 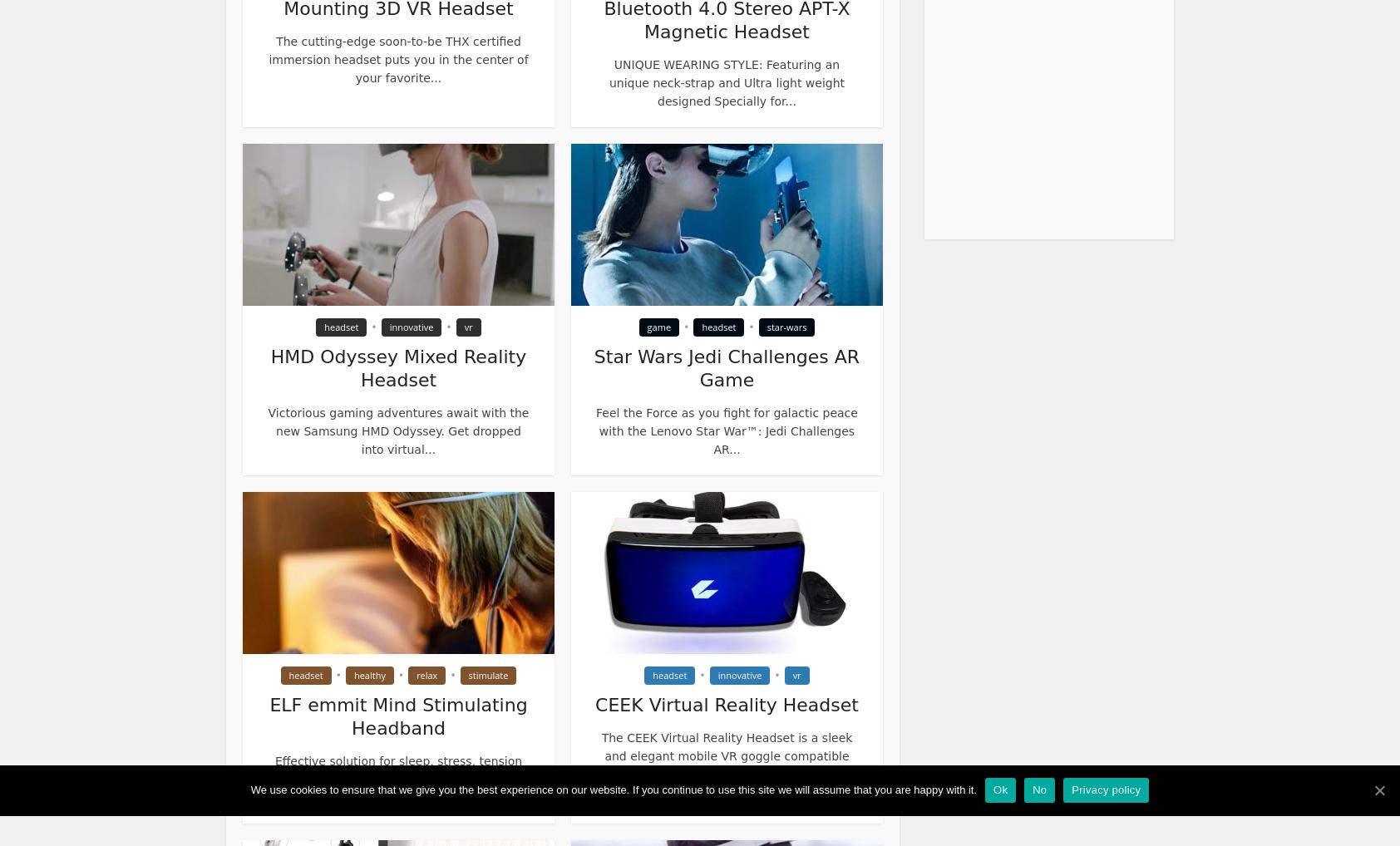 I want to click on 'Victorious gaming adventures await with the new Samsung HMD Odyssey. Get dropped into virtual...', so click(x=397, y=430).